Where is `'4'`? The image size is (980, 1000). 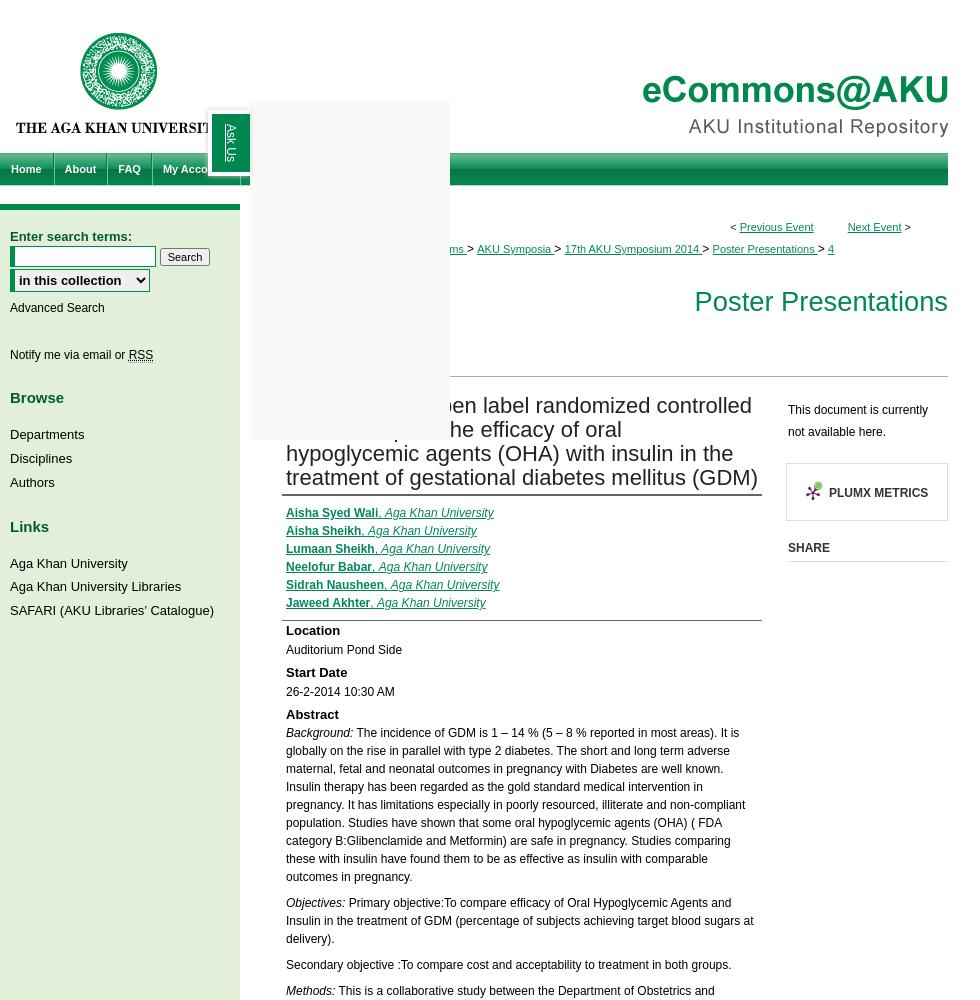
'4' is located at coordinates (831, 248).